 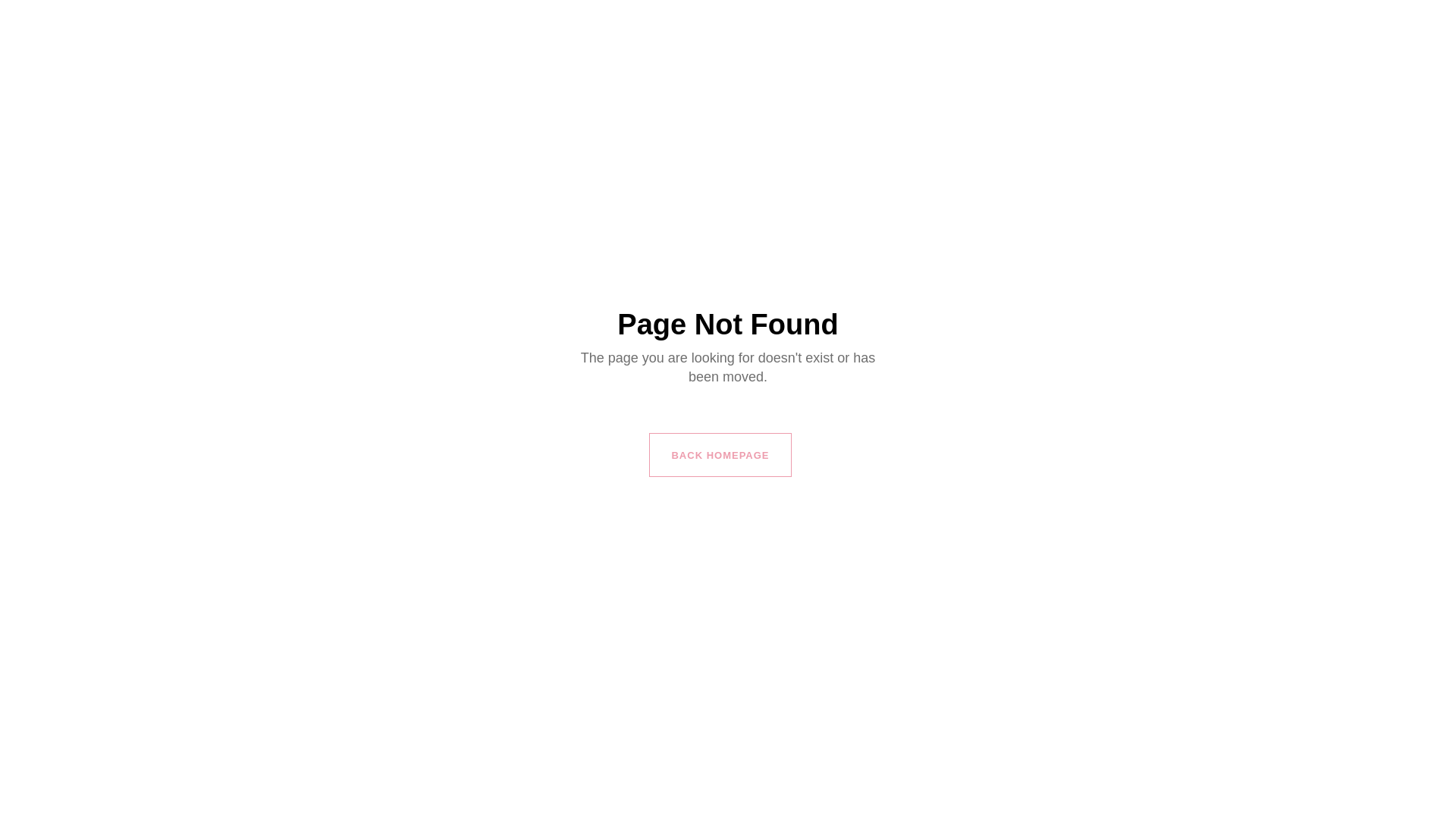 I want to click on 'BACK HOMEPAGE', so click(x=719, y=454).